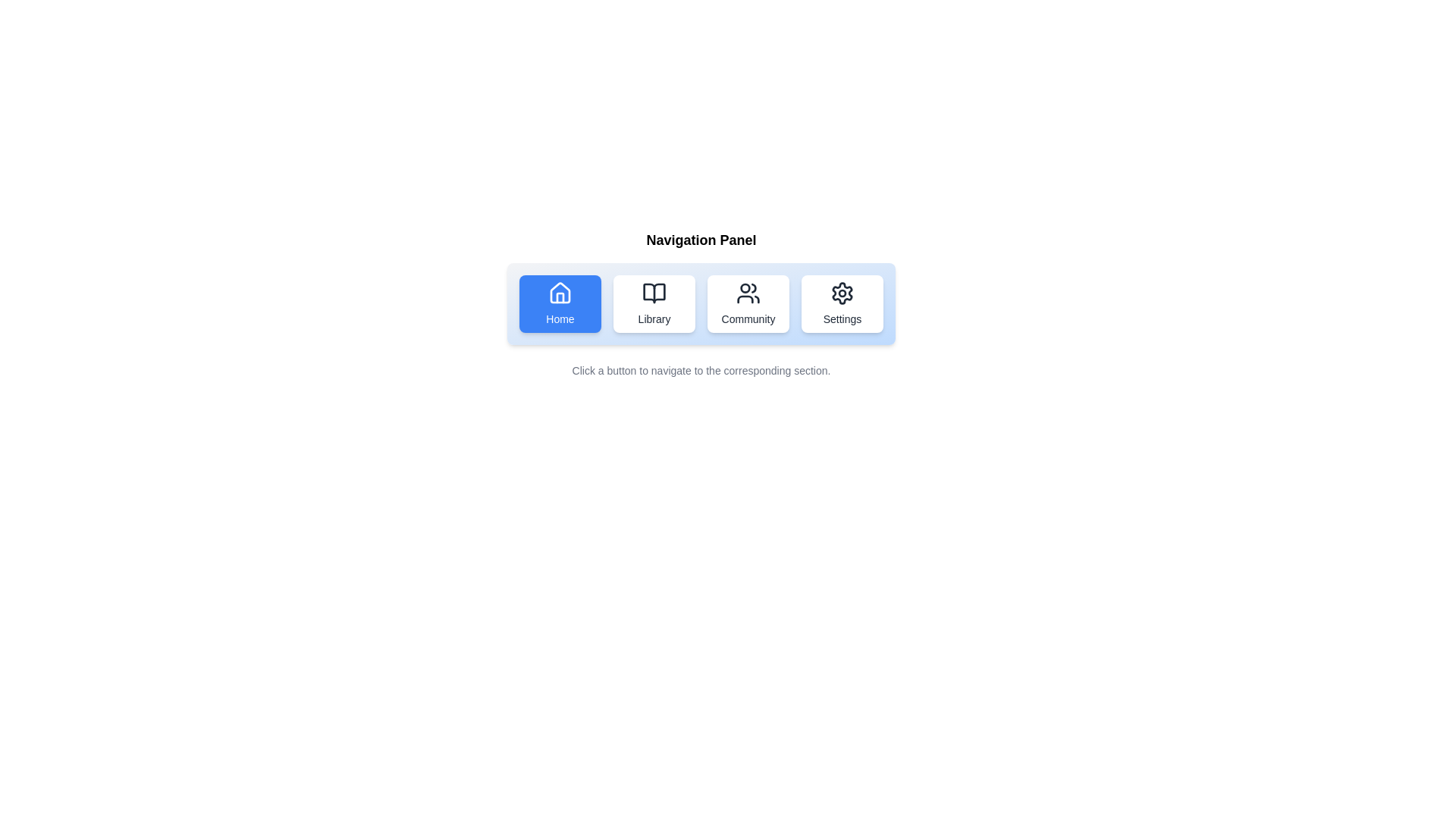 The height and width of the screenshot is (819, 1456). Describe the element at coordinates (654, 318) in the screenshot. I see `the text label reading 'Library' located below the open book icon in the navigation panel` at that location.